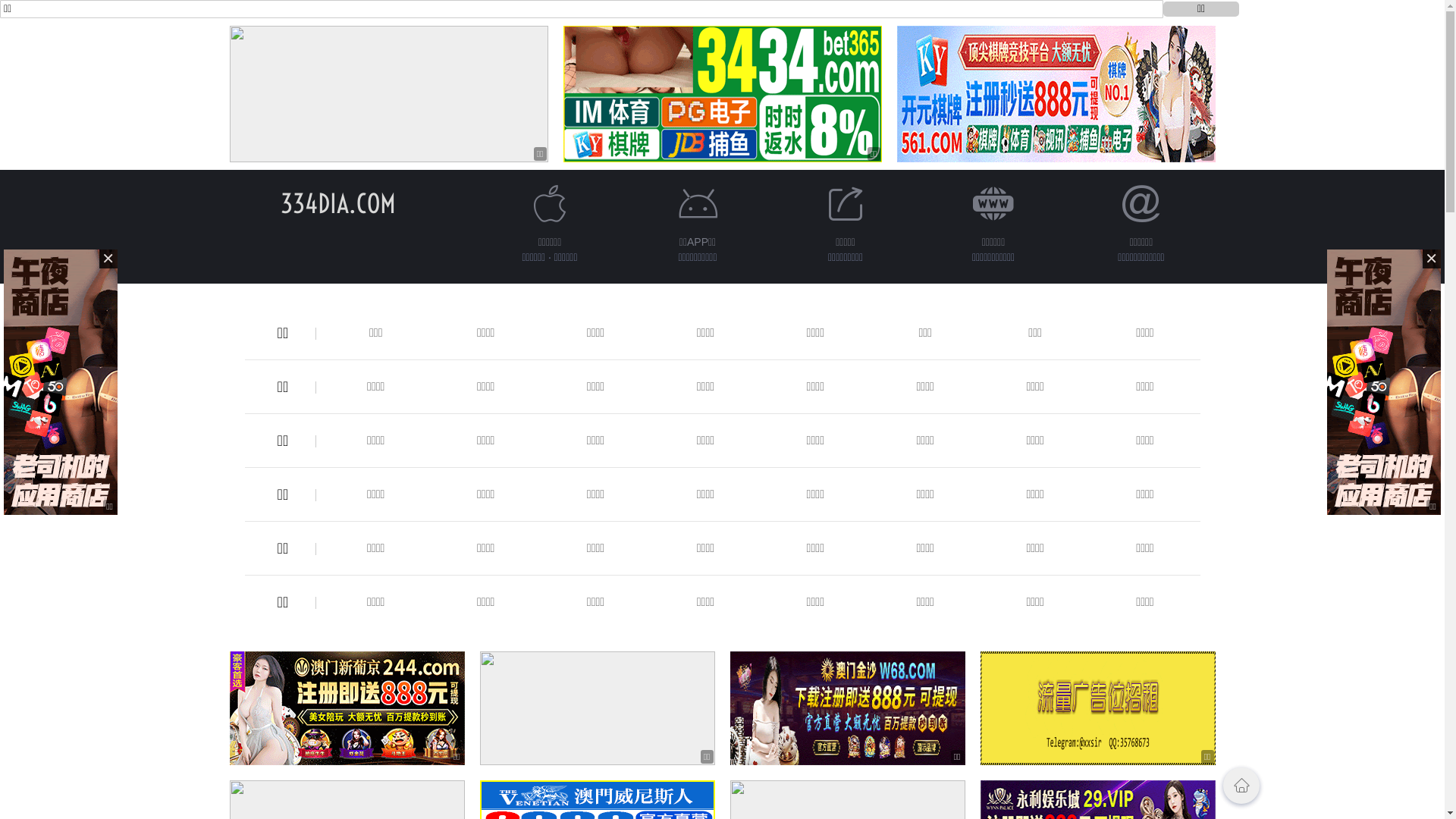 The width and height of the screenshot is (1456, 819). I want to click on '334DIA.COM', so click(337, 202).